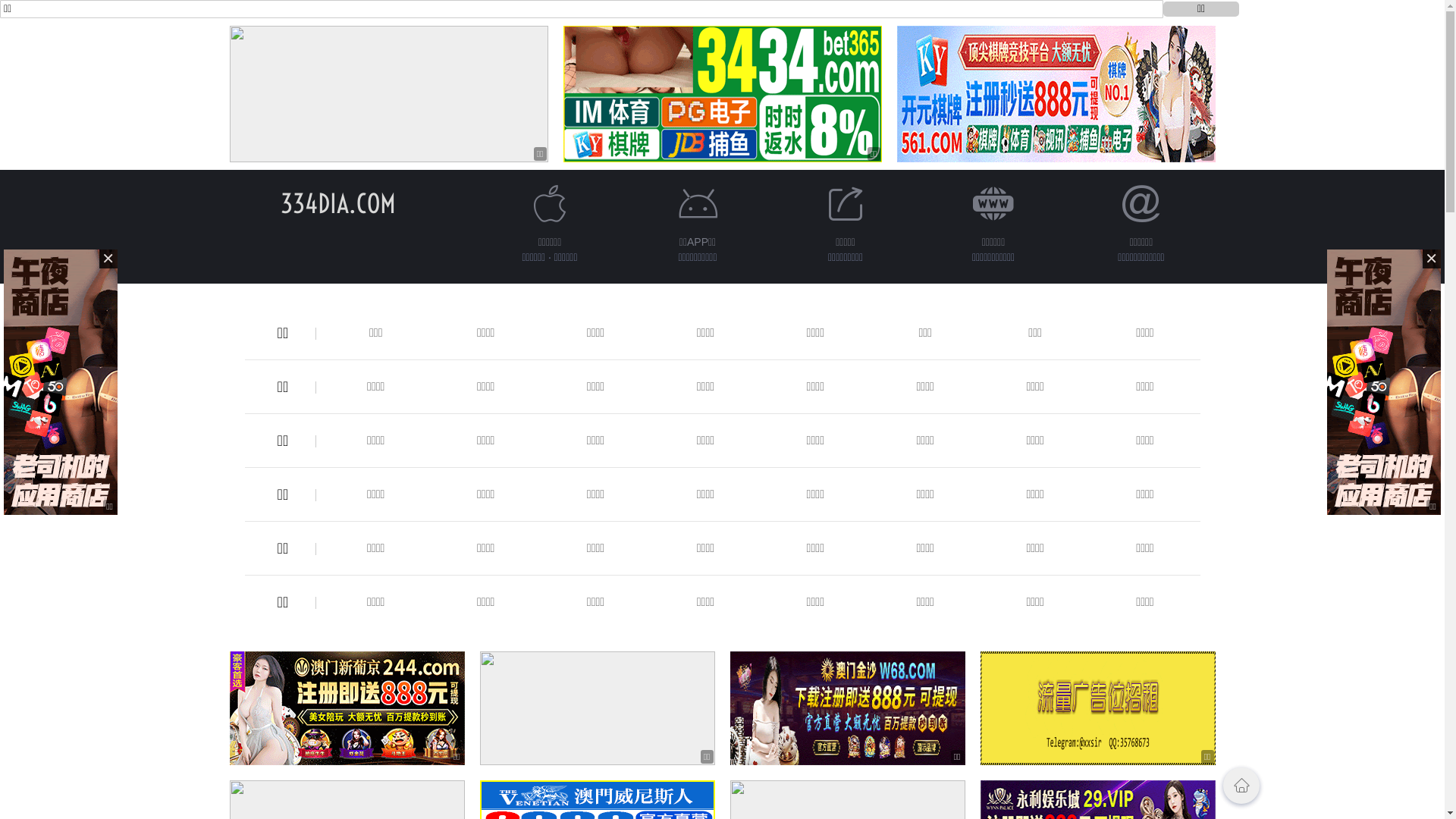 The width and height of the screenshot is (1456, 819). I want to click on '334DIA.COM', so click(337, 202).